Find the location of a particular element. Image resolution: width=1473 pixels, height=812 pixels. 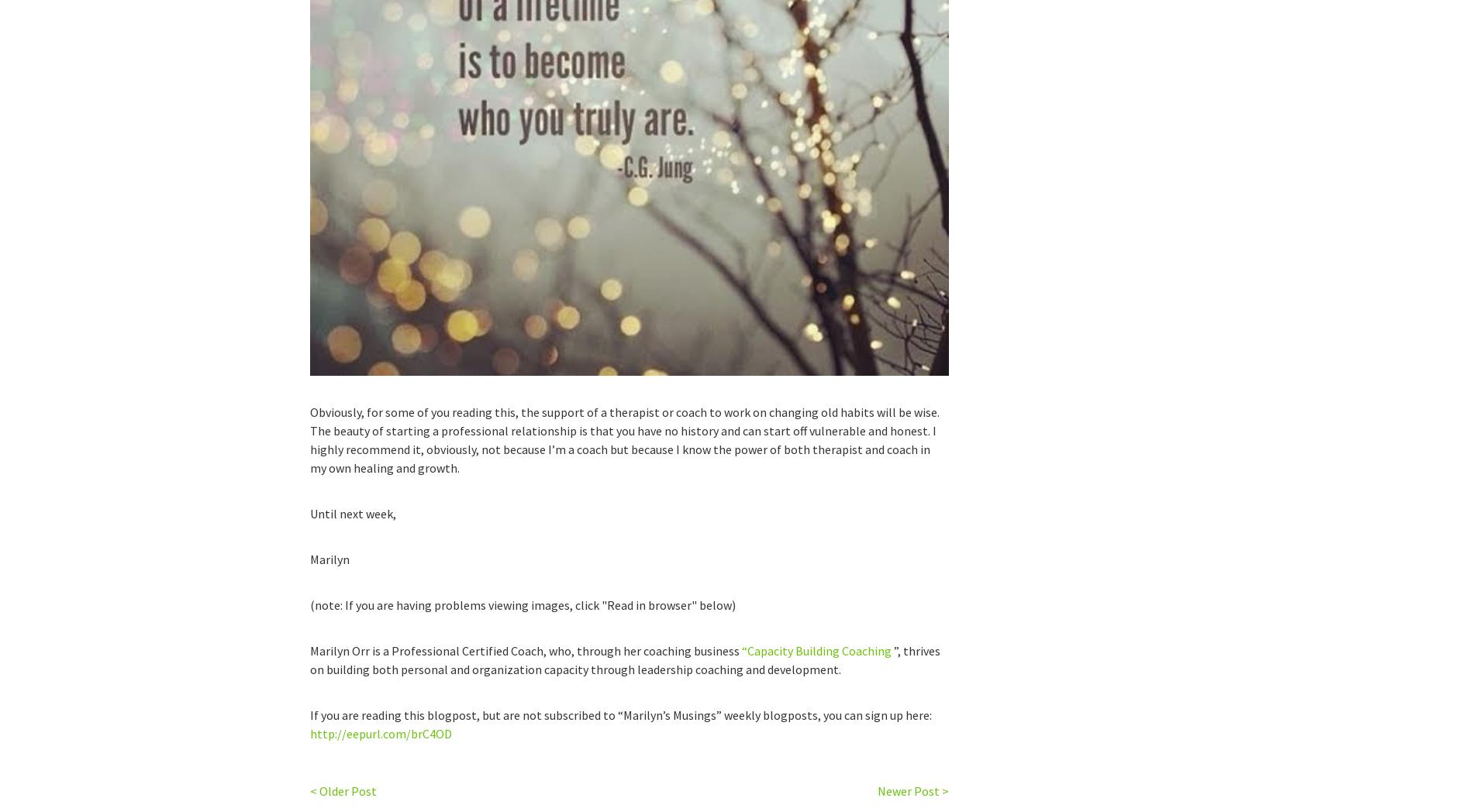

'If you are reading this blogpost, but are not subscribed to “Marilyn’s Musings” weekly blogposts, you can sign up here:' is located at coordinates (309, 714).